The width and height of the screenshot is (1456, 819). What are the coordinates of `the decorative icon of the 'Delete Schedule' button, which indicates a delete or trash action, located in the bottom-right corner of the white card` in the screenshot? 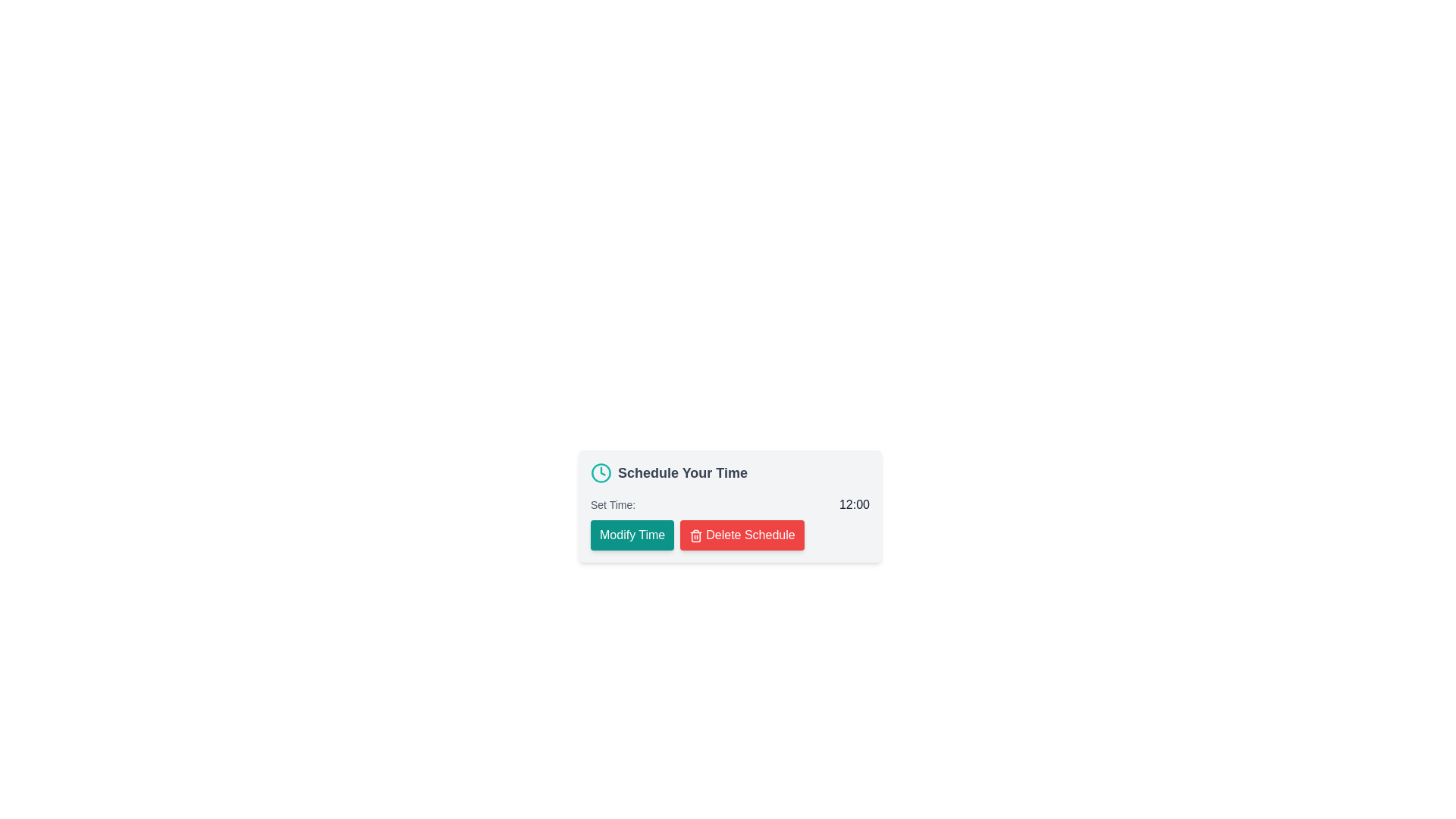 It's located at (695, 536).